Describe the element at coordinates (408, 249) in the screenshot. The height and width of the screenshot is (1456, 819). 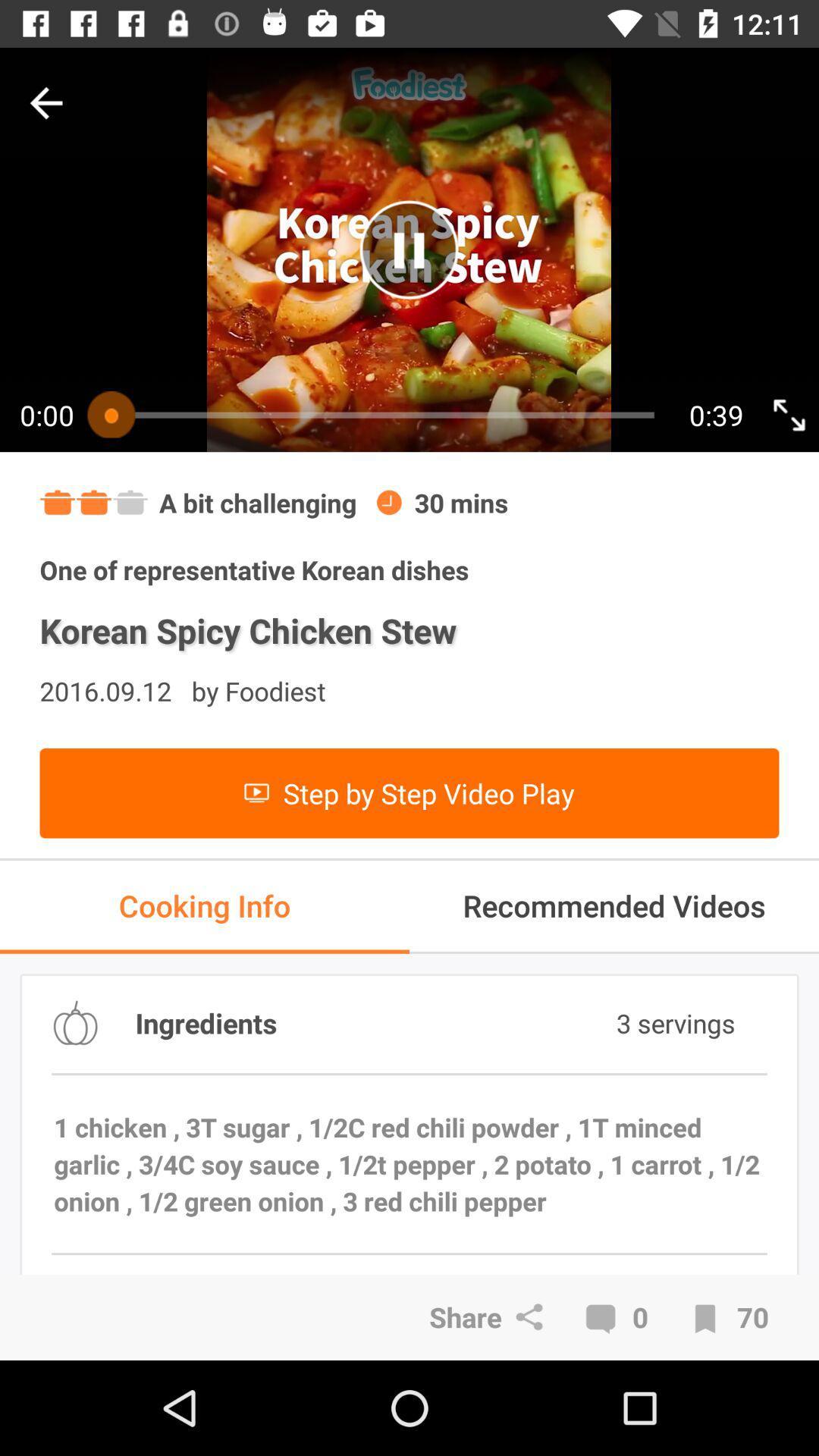
I see `play` at that location.